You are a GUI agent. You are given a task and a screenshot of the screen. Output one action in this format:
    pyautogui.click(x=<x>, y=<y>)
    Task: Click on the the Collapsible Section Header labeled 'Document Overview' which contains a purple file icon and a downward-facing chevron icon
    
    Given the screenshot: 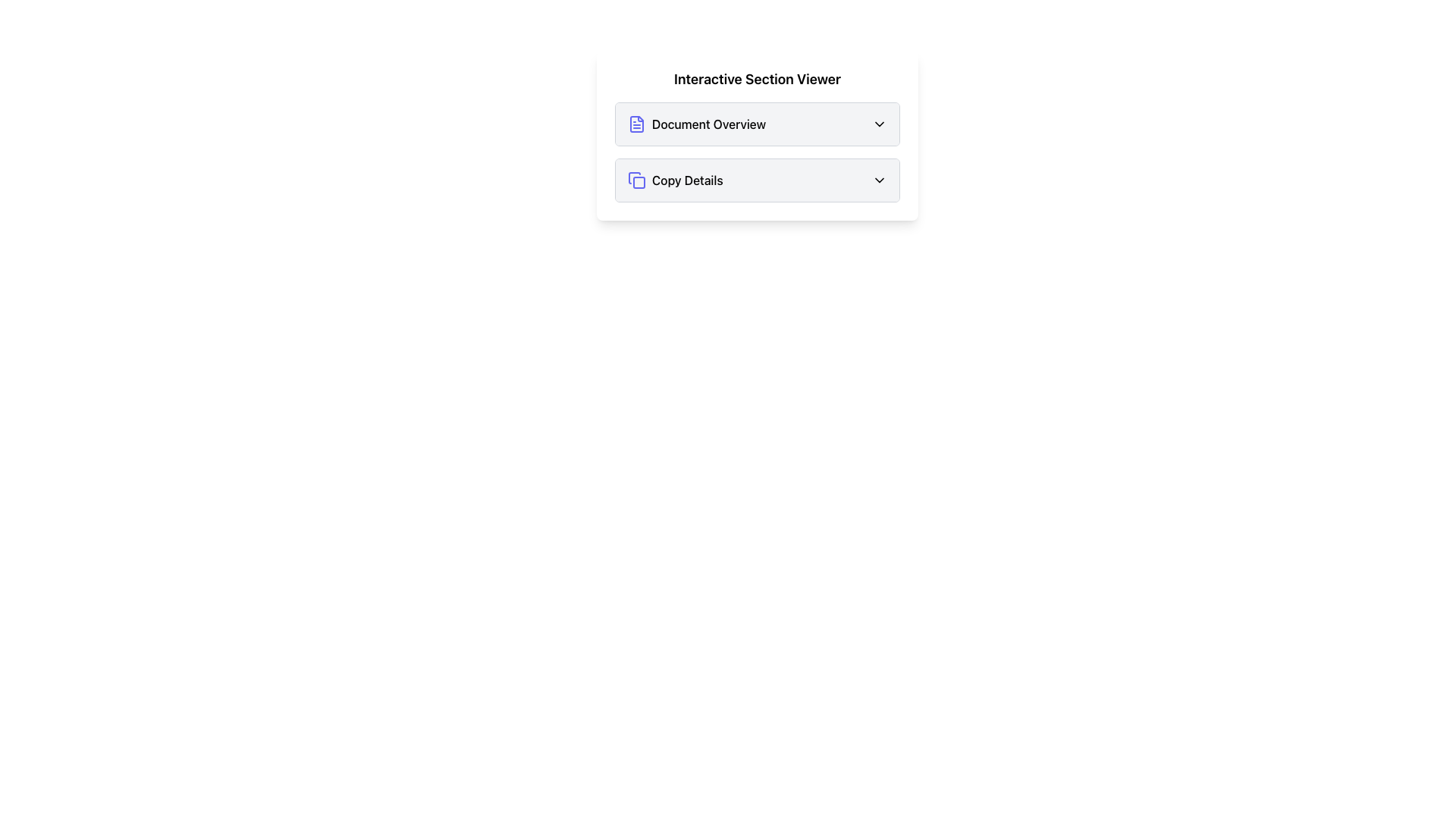 What is the action you would take?
    pyautogui.click(x=757, y=124)
    